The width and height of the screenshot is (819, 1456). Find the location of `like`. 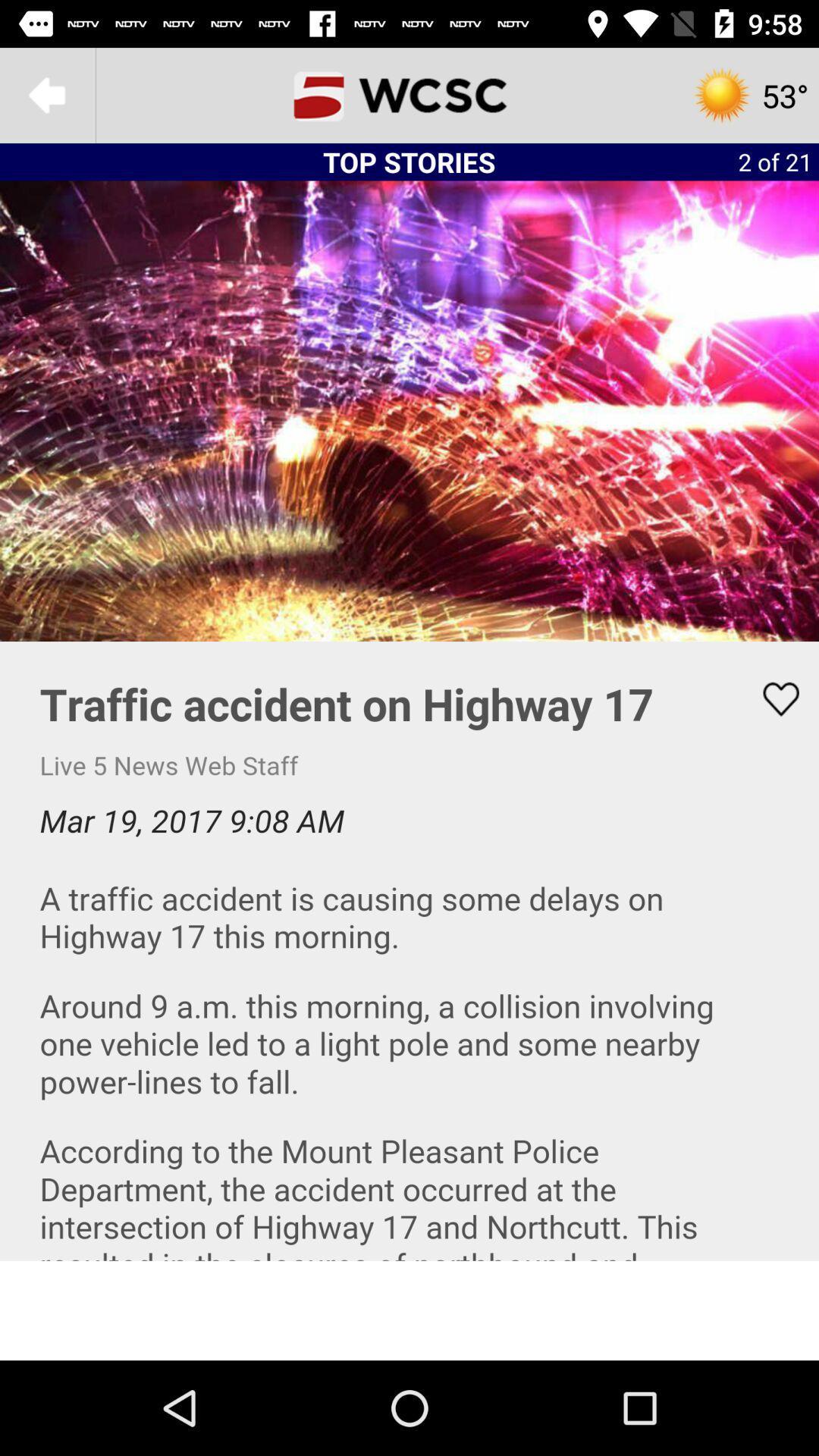

like is located at coordinates (771, 698).